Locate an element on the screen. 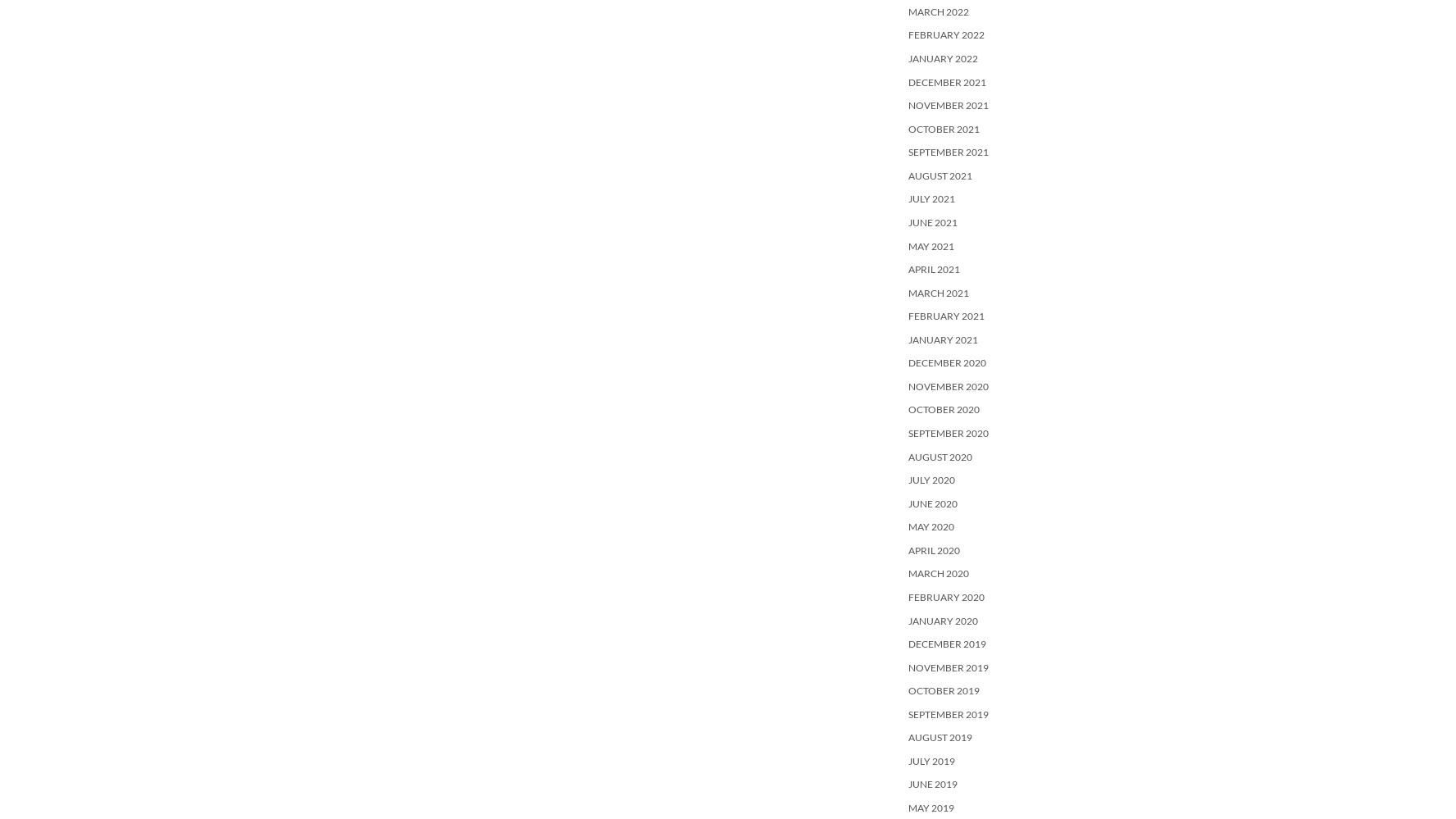 The height and width of the screenshot is (819, 1456). 'July 2019' is located at coordinates (931, 760).